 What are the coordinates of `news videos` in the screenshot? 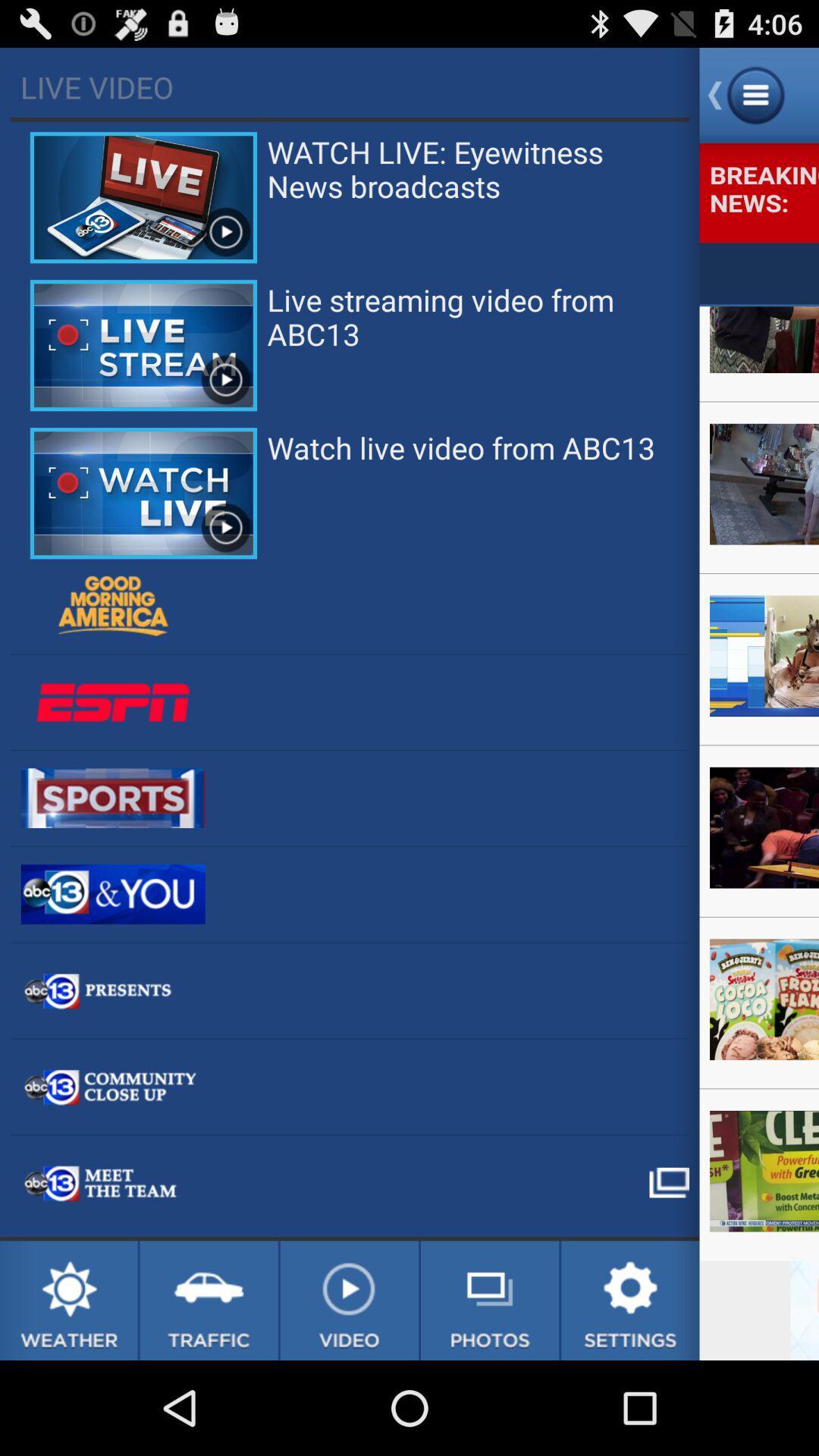 It's located at (349, 1300).